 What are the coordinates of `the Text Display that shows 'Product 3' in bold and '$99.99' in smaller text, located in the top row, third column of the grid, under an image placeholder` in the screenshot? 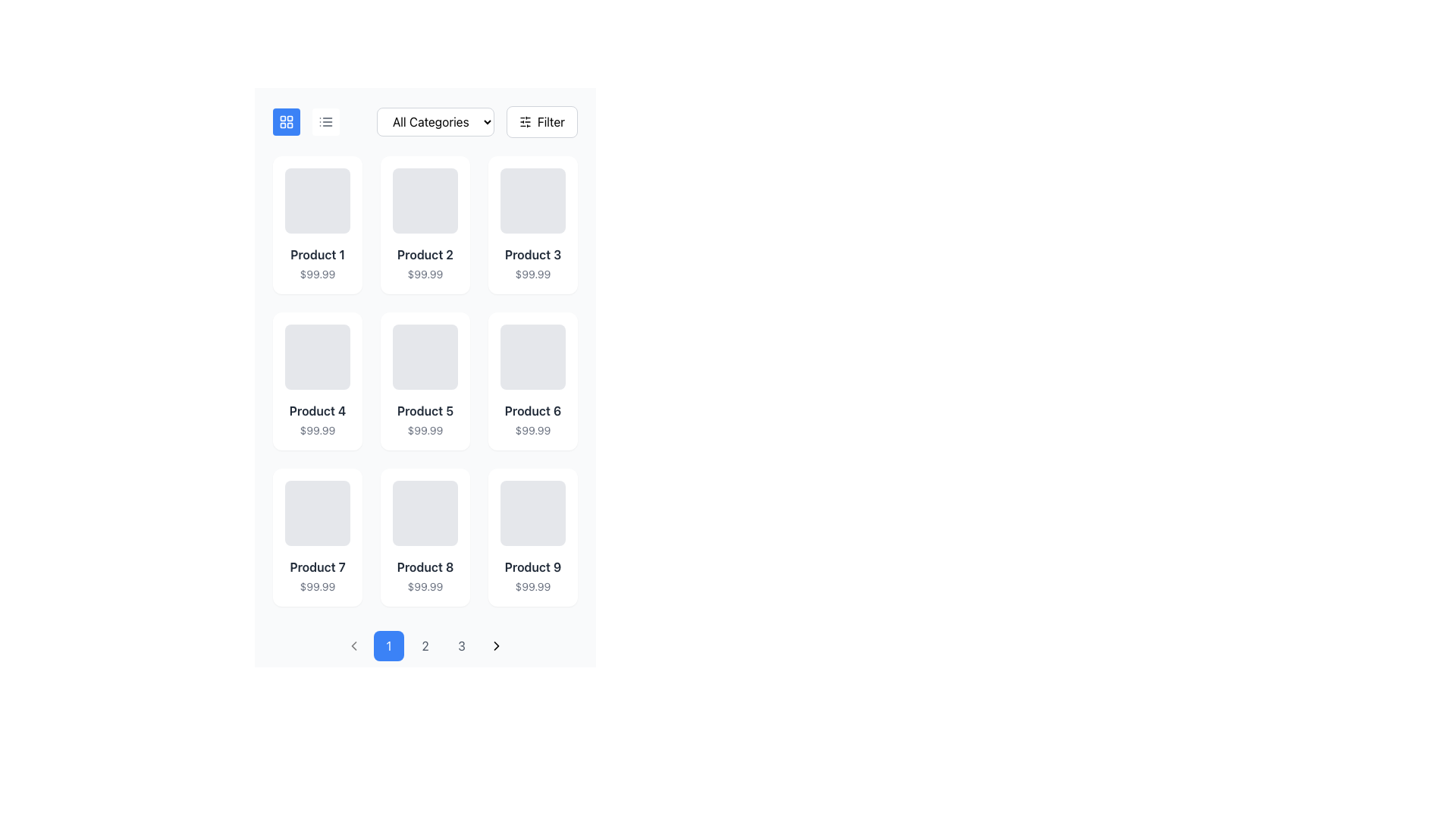 It's located at (532, 262).